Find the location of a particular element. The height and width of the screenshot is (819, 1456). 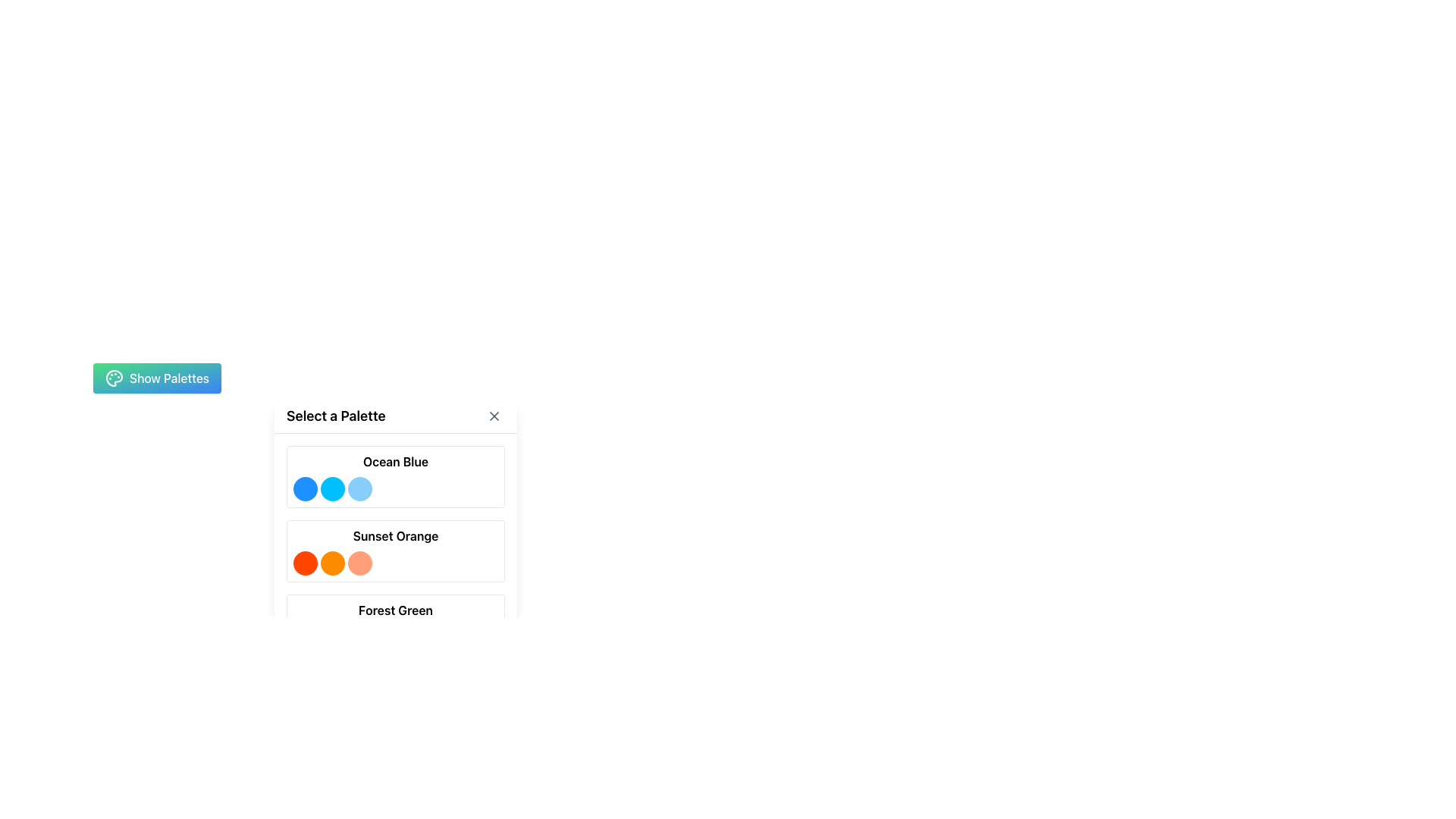

the text label displaying 'Ocean Blue' which is bold and located at the top of the 'Select a Palette' section is located at coordinates (396, 461).